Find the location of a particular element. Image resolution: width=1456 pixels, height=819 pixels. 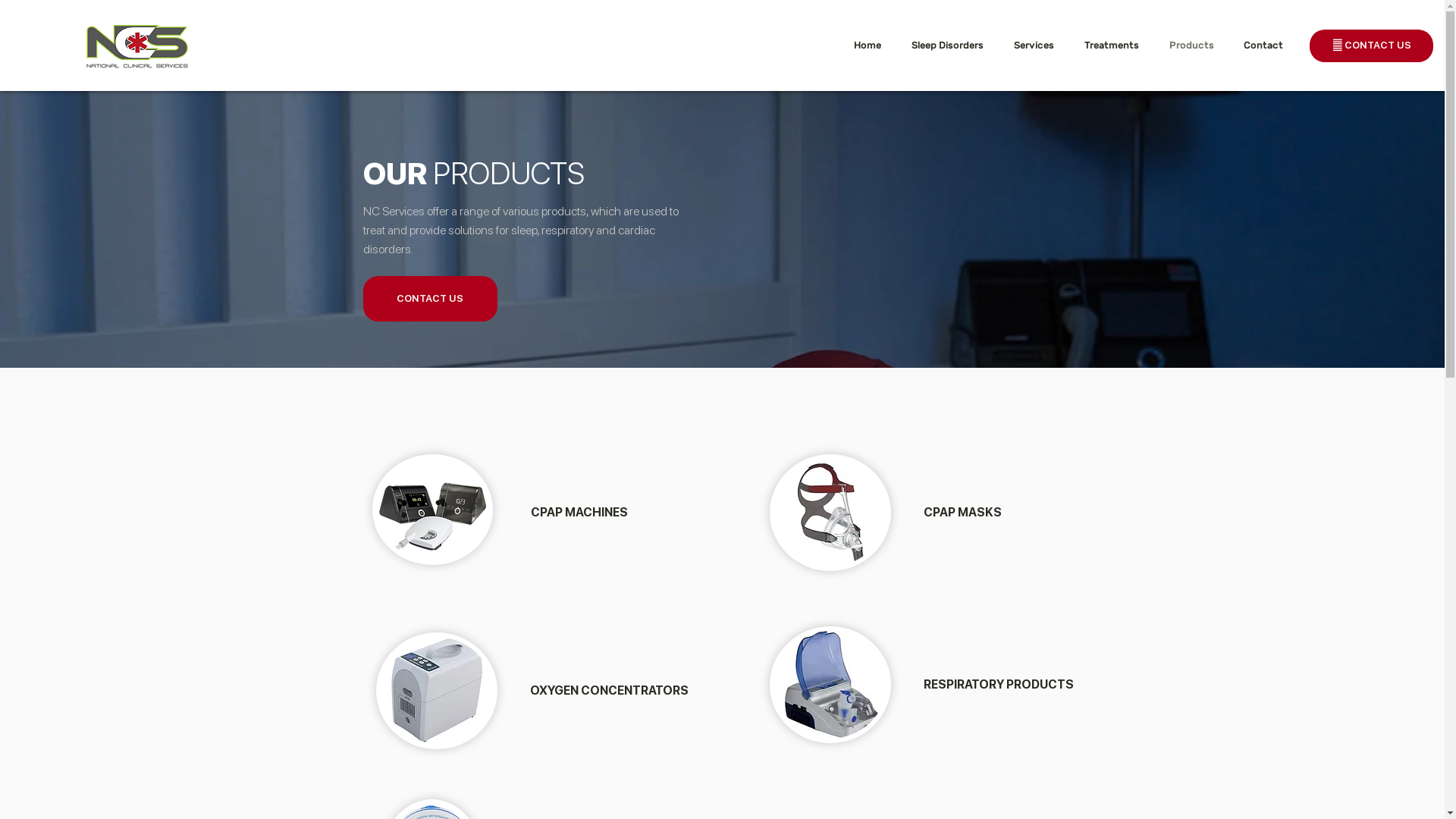

'Sleep Disorders' is located at coordinates (950, 44).